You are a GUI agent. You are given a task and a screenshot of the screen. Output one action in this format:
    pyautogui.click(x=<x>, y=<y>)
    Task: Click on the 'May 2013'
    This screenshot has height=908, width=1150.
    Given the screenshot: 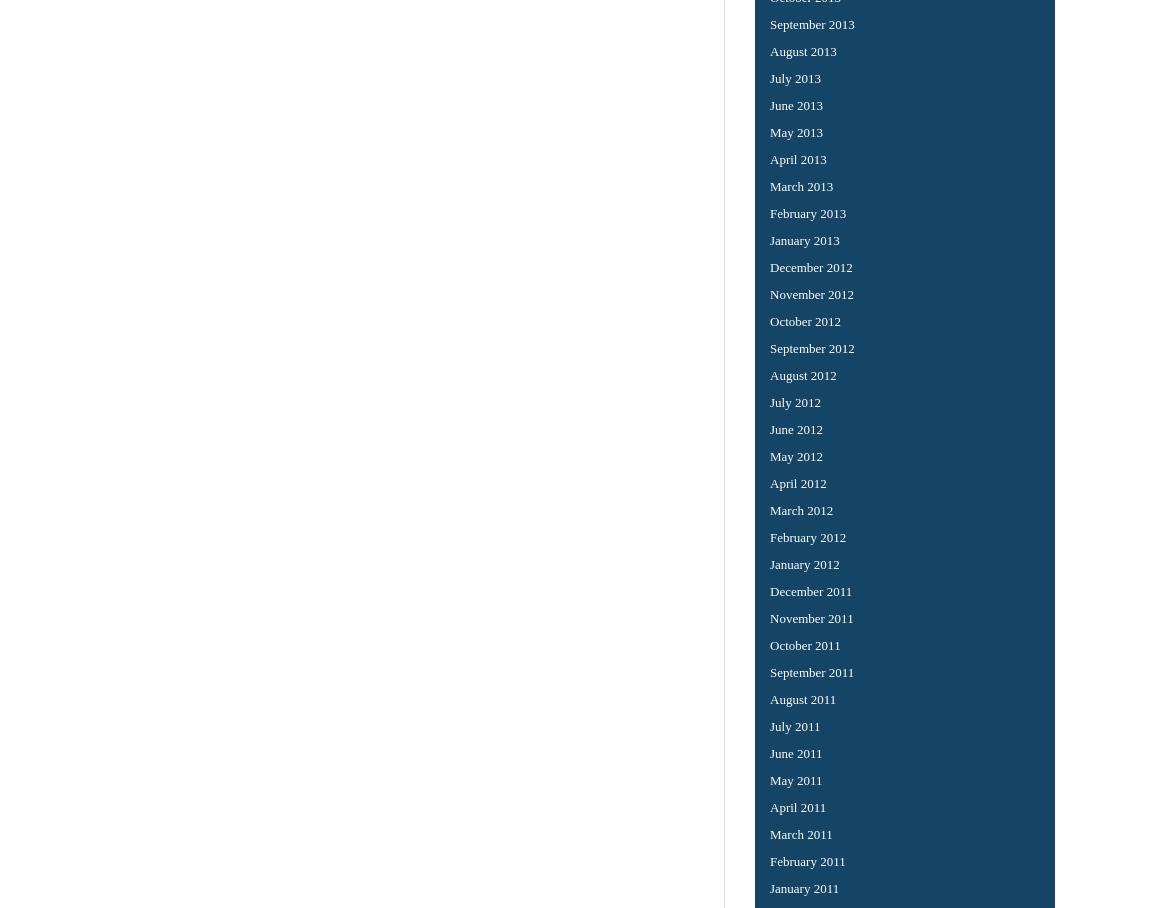 What is the action you would take?
    pyautogui.click(x=795, y=131)
    